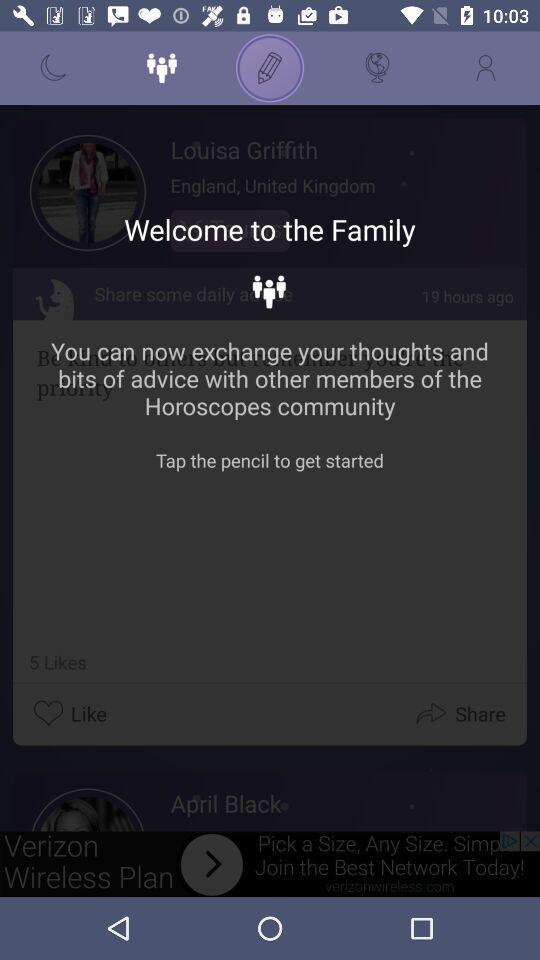 The height and width of the screenshot is (960, 540). I want to click on the edit icon, so click(270, 68).